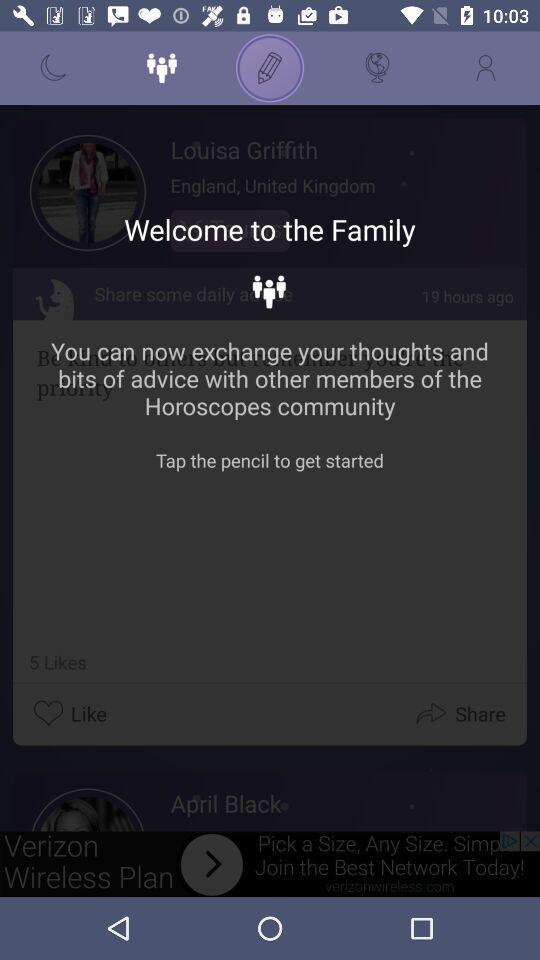 The height and width of the screenshot is (960, 540). I want to click on the edit icon, so click(270, 68).